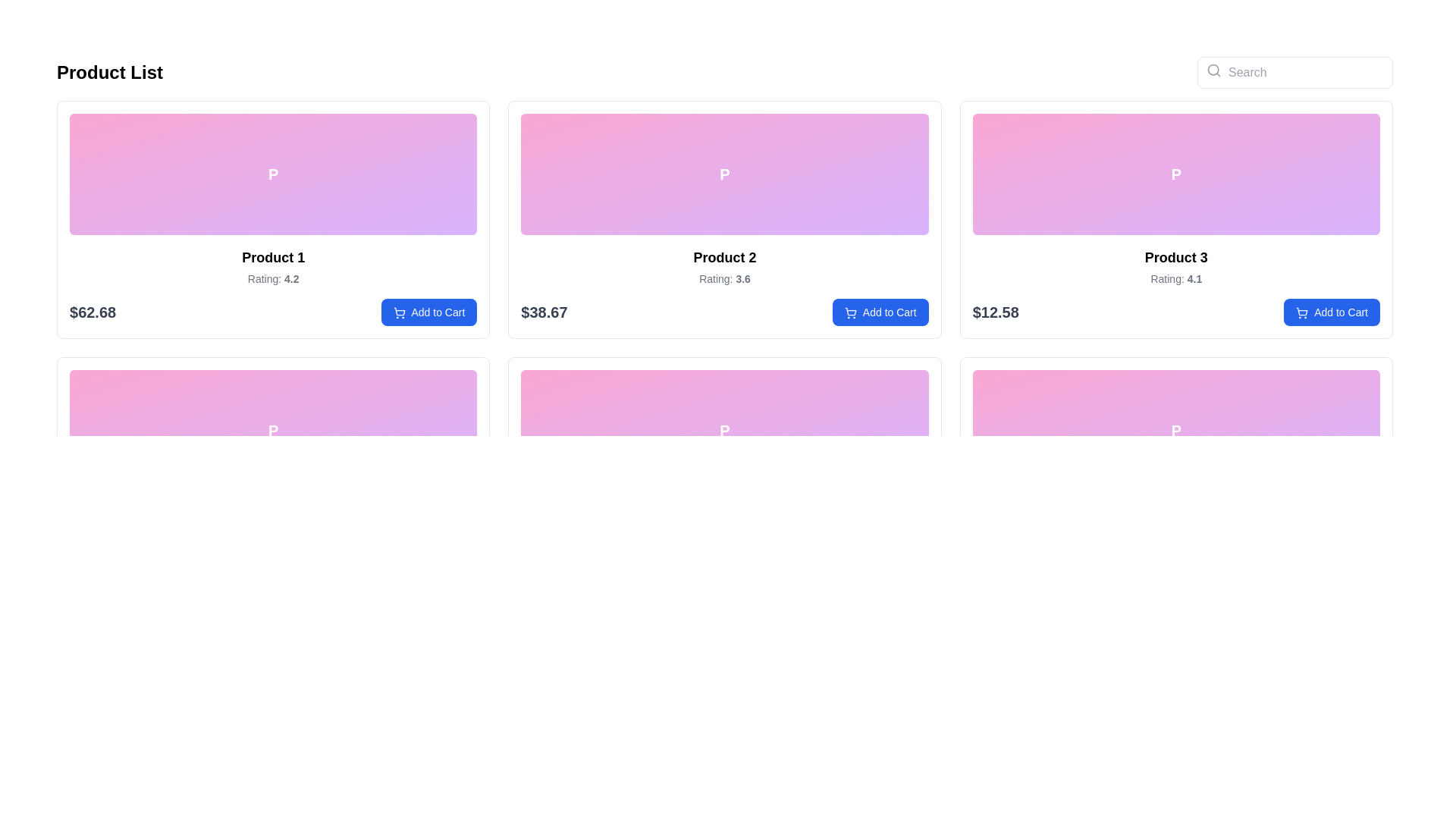 This screenshot has height=819, width=1456. What do you see at coordinates (92, 312) in the screenshot?
I see `text content of the price label for 'Product 1', which is located below its title and aligned to the left within the product card` at bounding box center [92, 312].